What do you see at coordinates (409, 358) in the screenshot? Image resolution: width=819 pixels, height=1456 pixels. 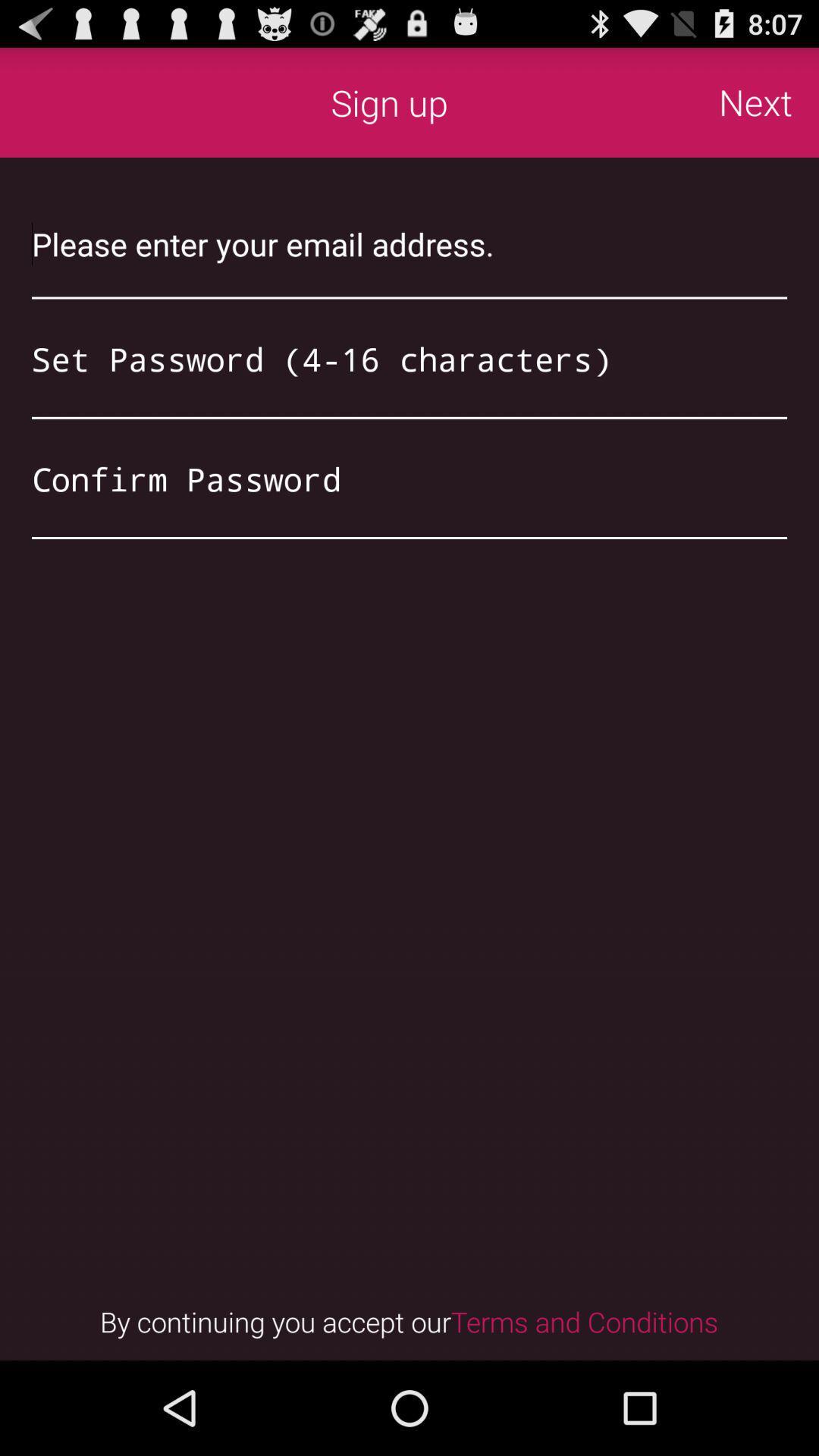 I see `password` at bounding box center [409, 358].